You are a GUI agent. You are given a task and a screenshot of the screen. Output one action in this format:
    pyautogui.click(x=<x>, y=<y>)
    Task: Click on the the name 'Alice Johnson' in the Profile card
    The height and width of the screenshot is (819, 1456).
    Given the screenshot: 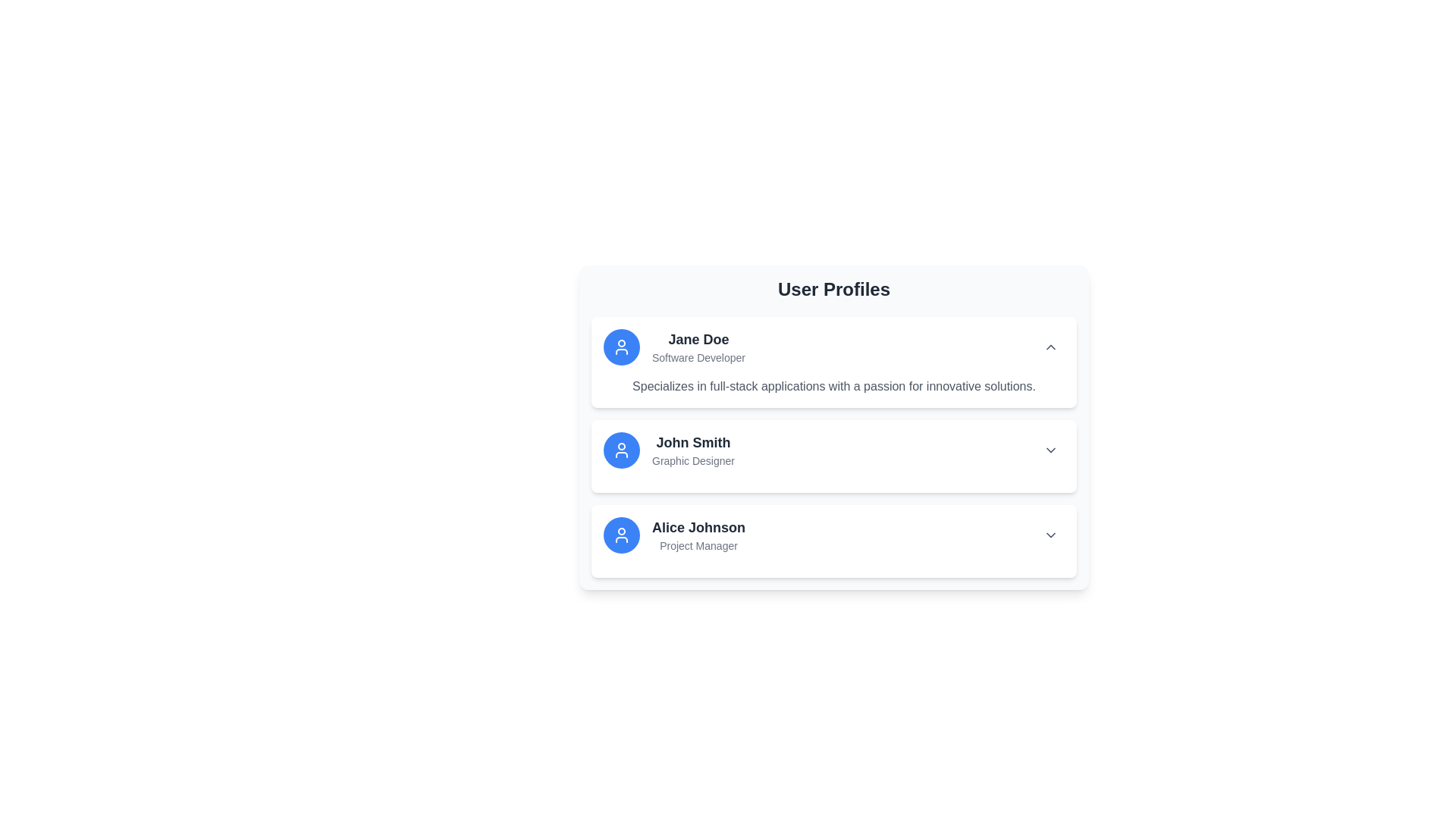 What is the action you would take?
    pyautogui.click(x=833, y=534)
    